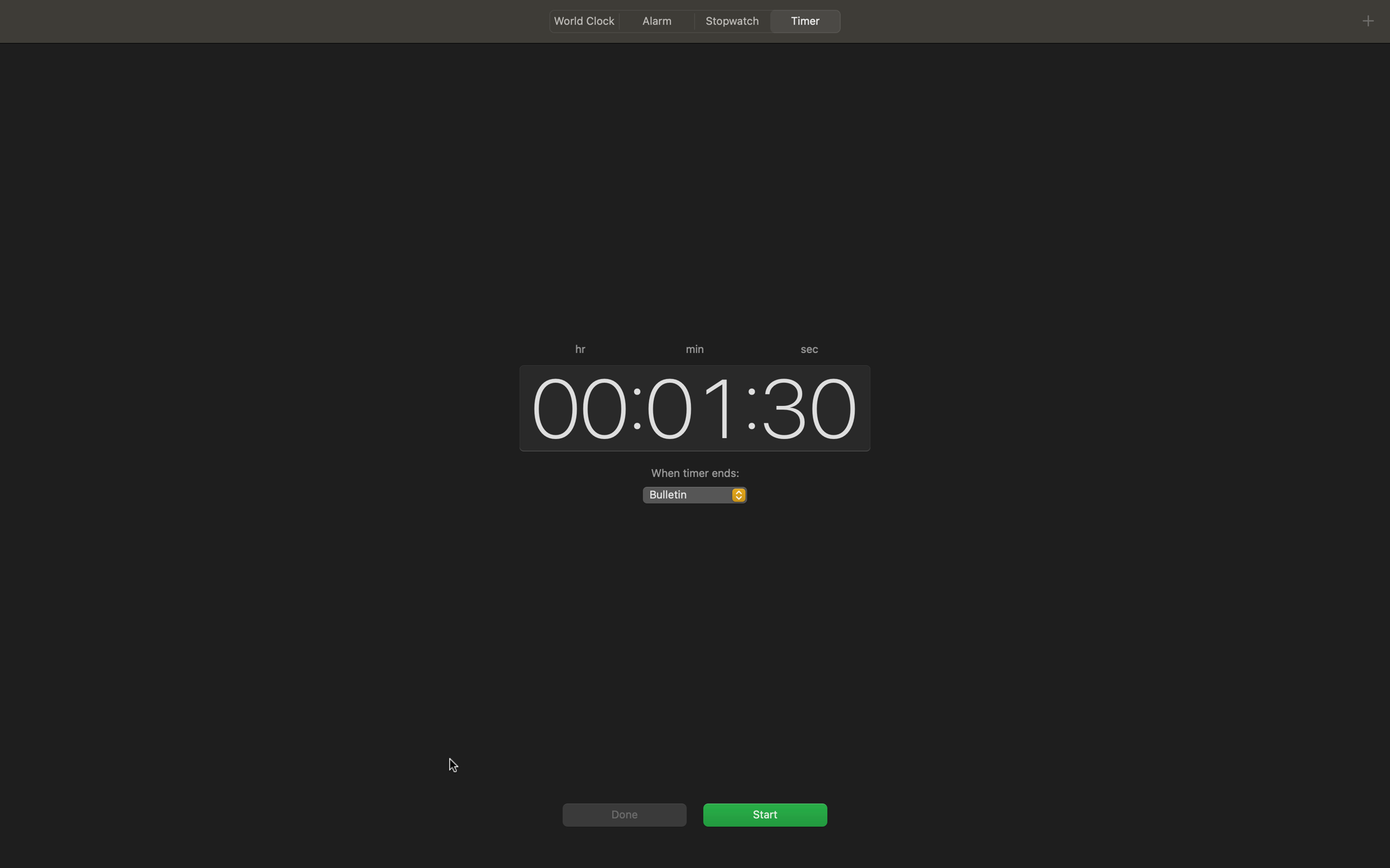  What do you see at coordinates (810, 405) in the screenshot?
I see `Augment the value of seconds by 10` at bounding box center [810, 405].